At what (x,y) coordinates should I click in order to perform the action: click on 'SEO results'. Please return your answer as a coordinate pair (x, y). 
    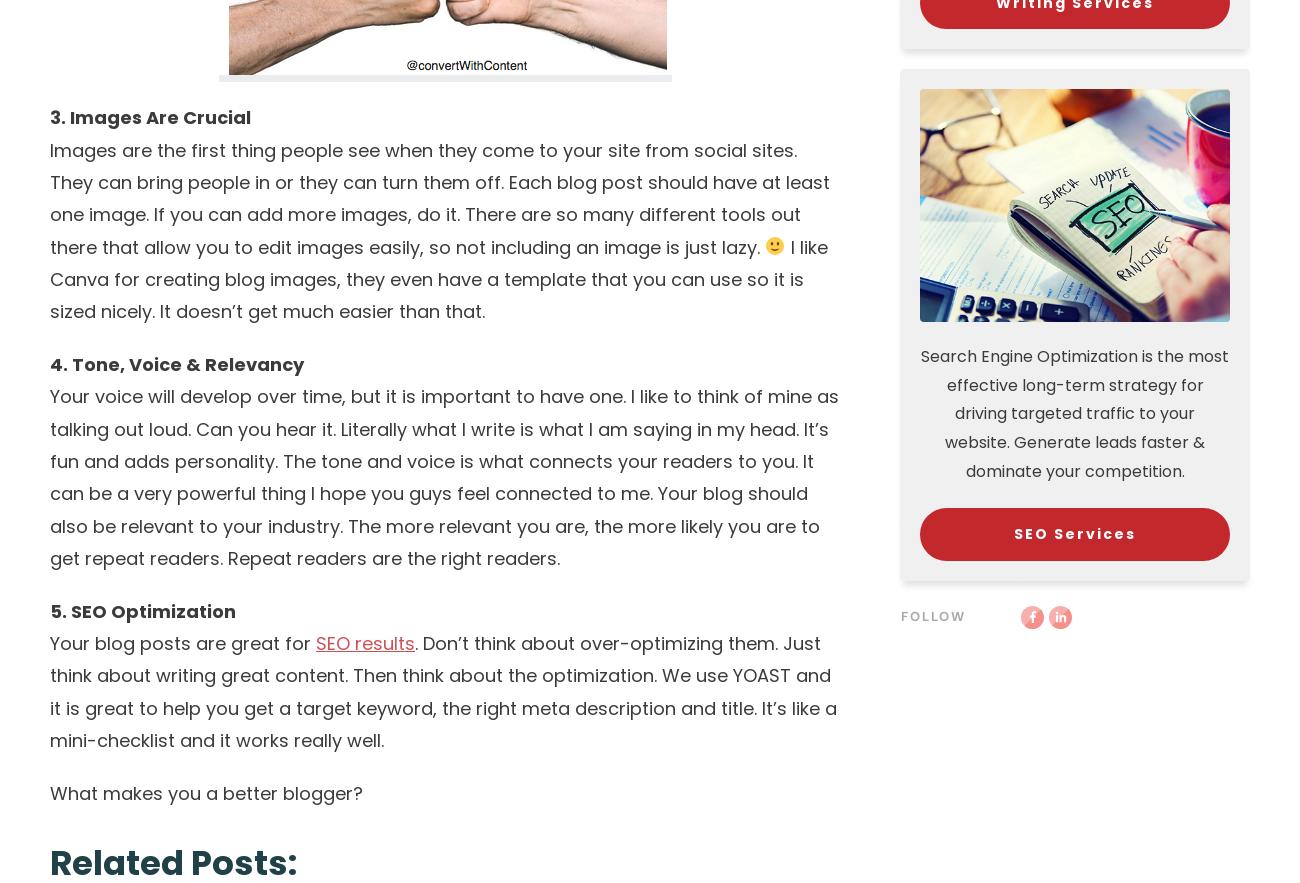
    Looking at the image, I should click on (364, 642).